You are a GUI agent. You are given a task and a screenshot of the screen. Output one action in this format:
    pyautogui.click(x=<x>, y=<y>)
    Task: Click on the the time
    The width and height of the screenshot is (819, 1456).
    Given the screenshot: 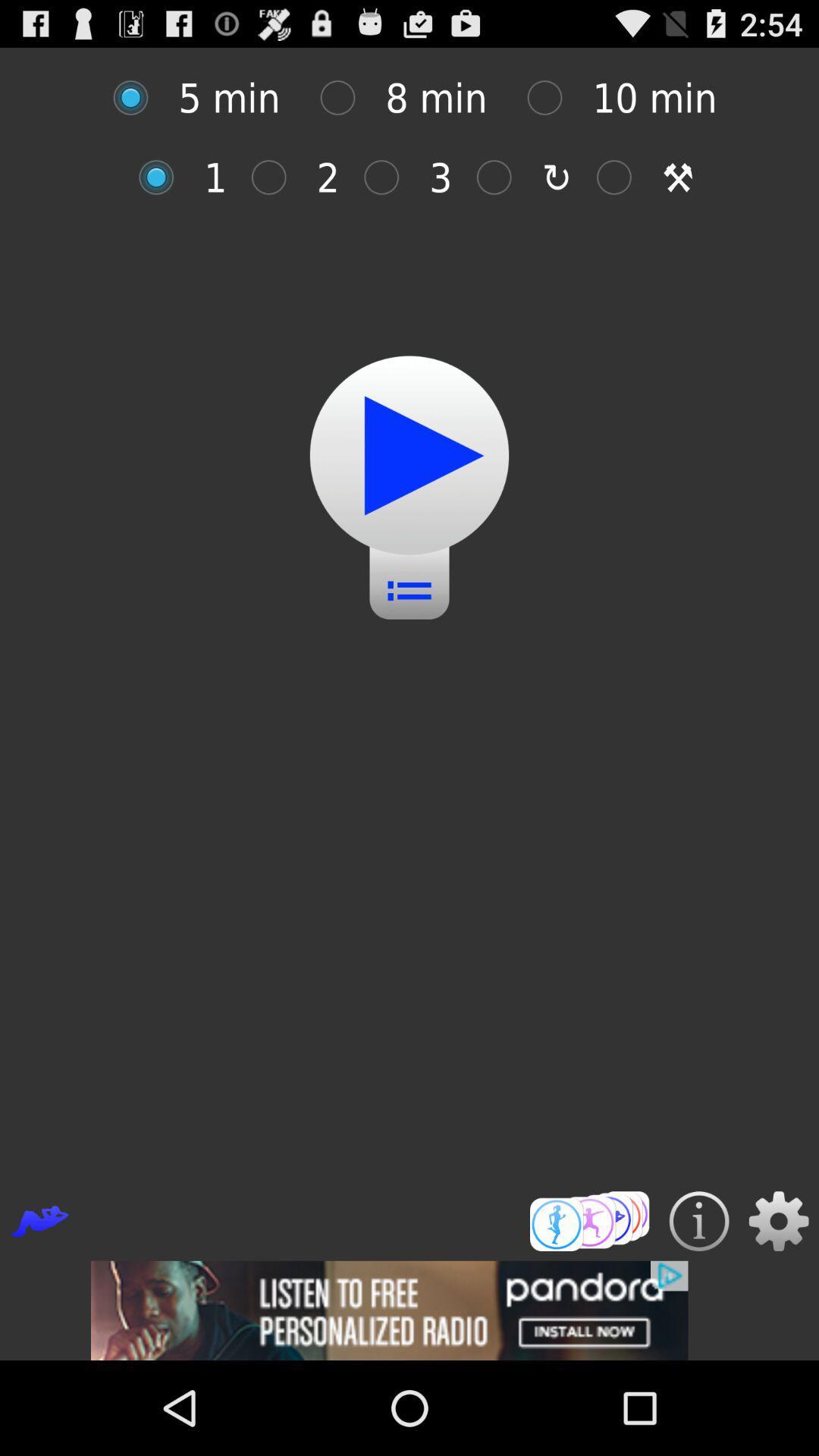 What is the action you would take?
    pyautogui.click(x=138, y=97)
    